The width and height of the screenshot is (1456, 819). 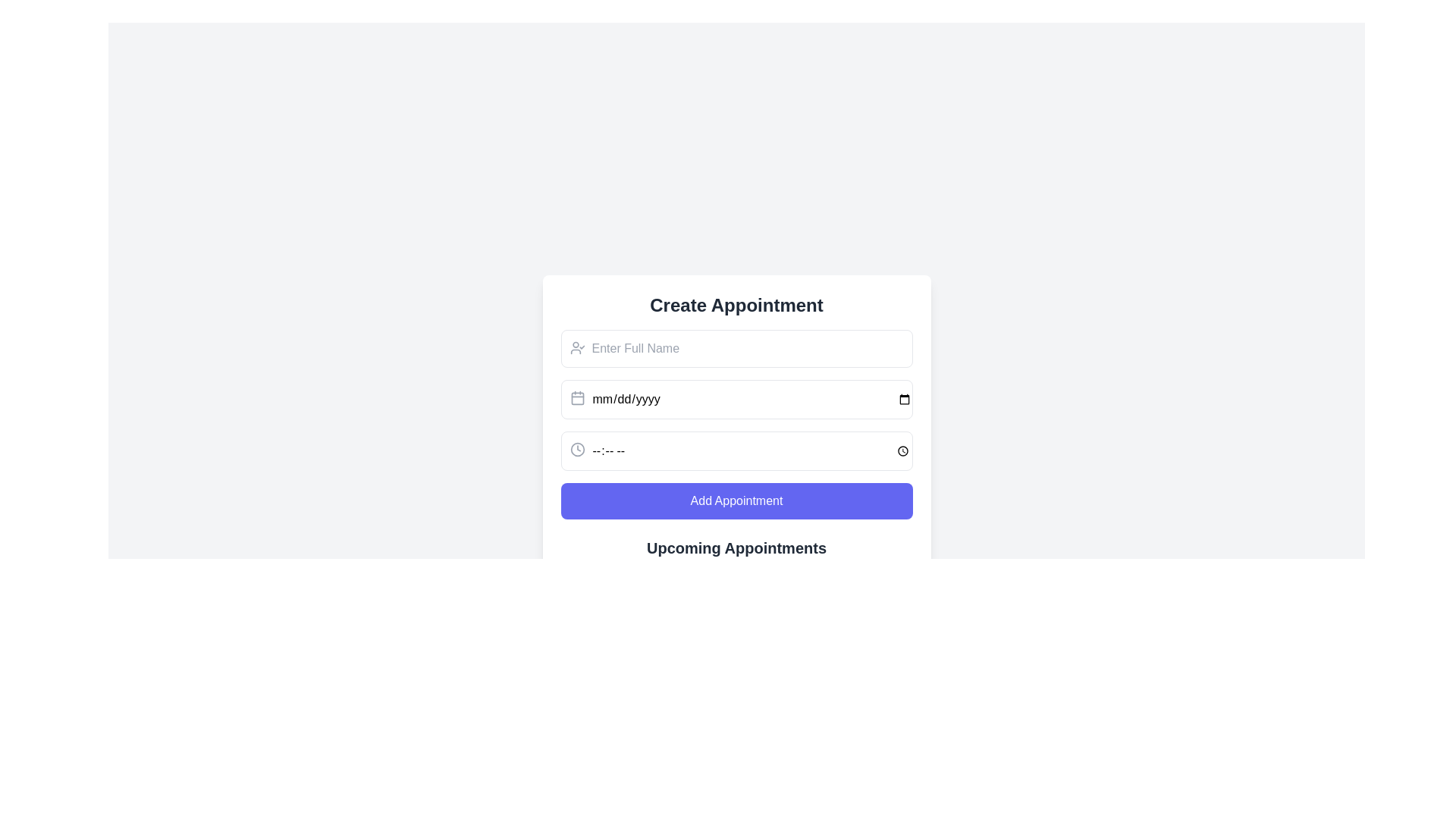 What do you see at coordinates (736, 500) in the screenshot?
I see `the 'Add Appointment' button` at bounding box center [736, 500].